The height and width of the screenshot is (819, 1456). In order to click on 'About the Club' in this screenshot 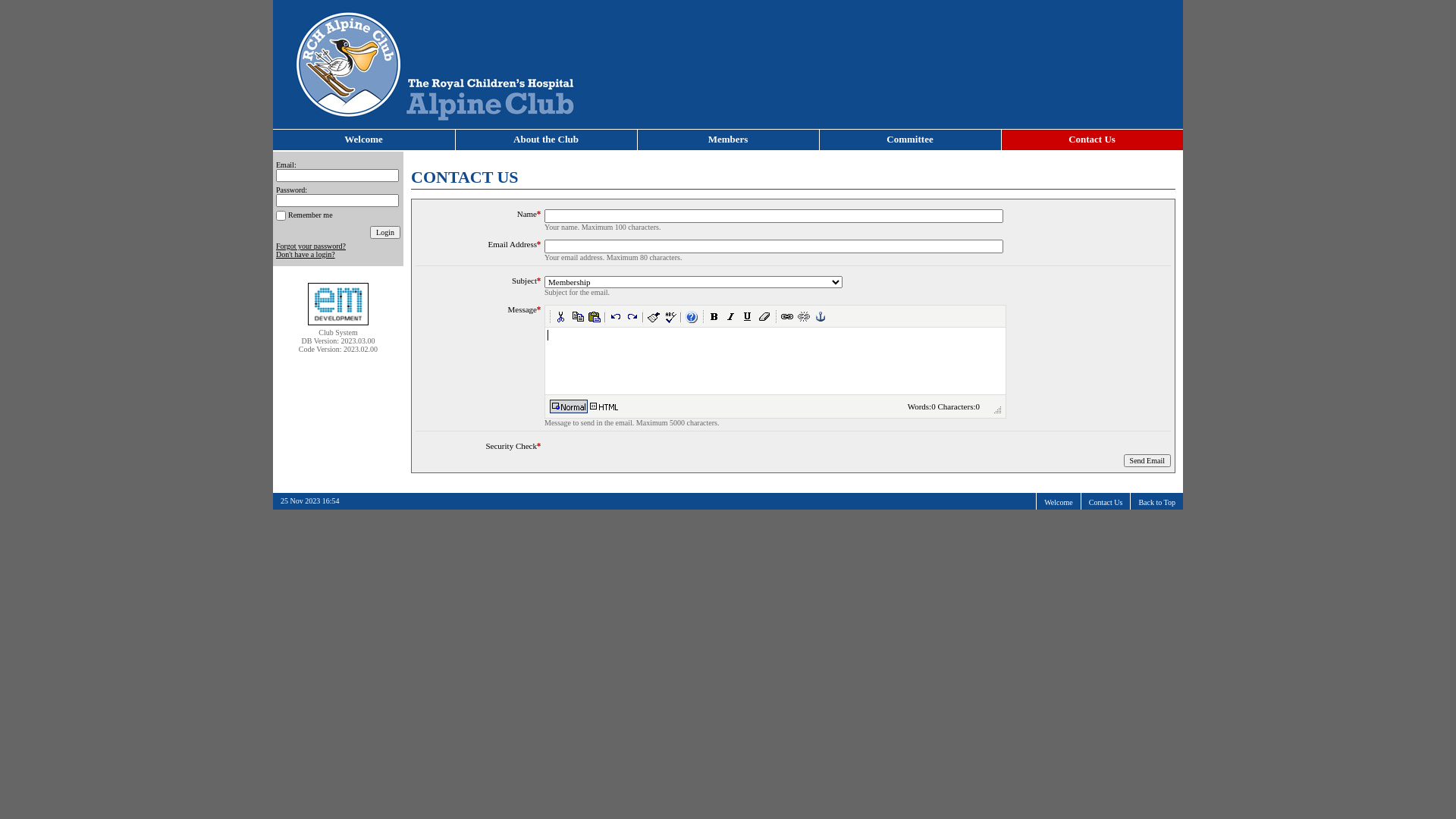, I will do `click(546, 140)`.